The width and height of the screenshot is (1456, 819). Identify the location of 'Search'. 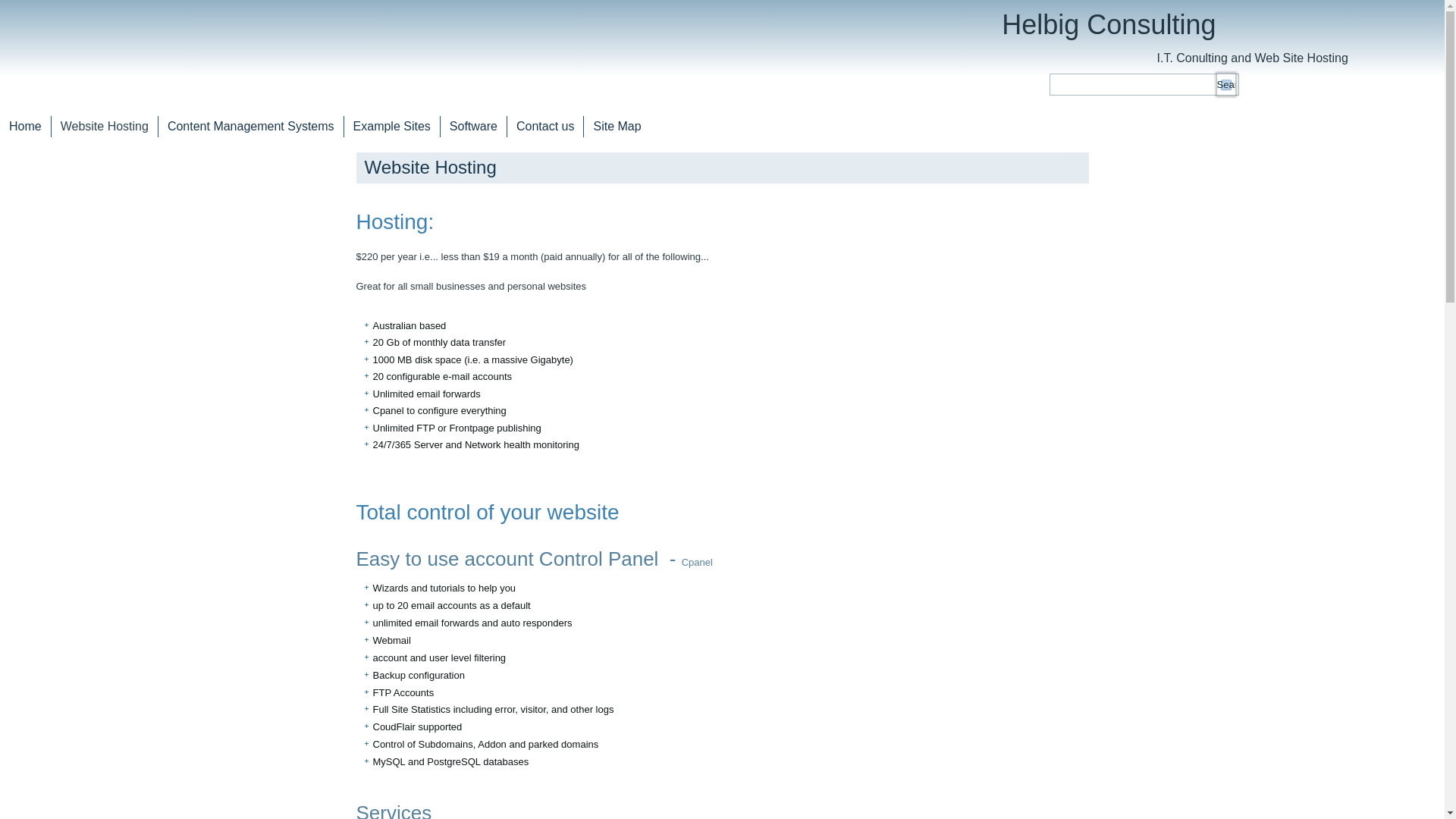
(1226, 84).